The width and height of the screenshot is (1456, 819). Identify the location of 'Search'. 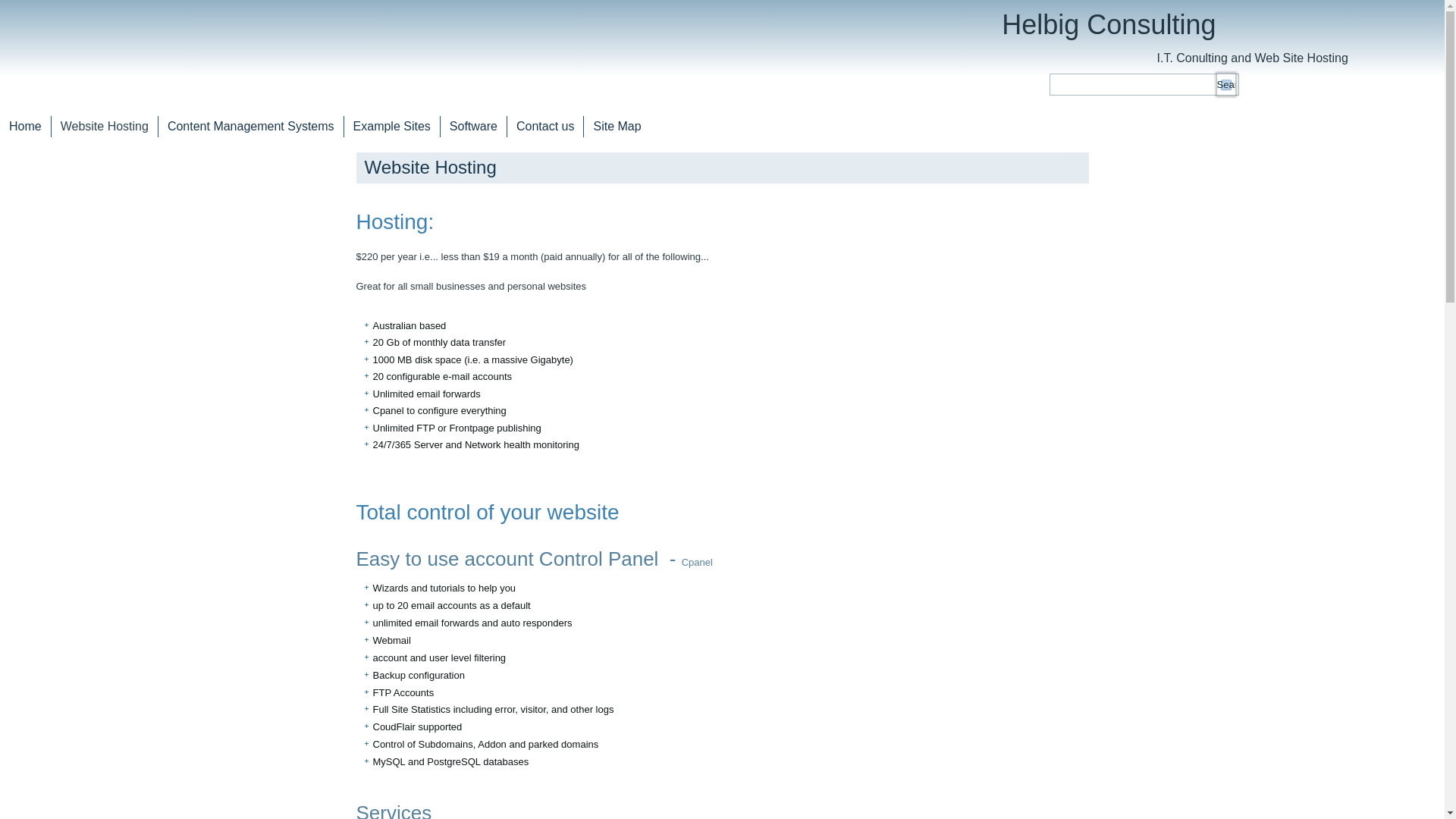
(1226, 84).